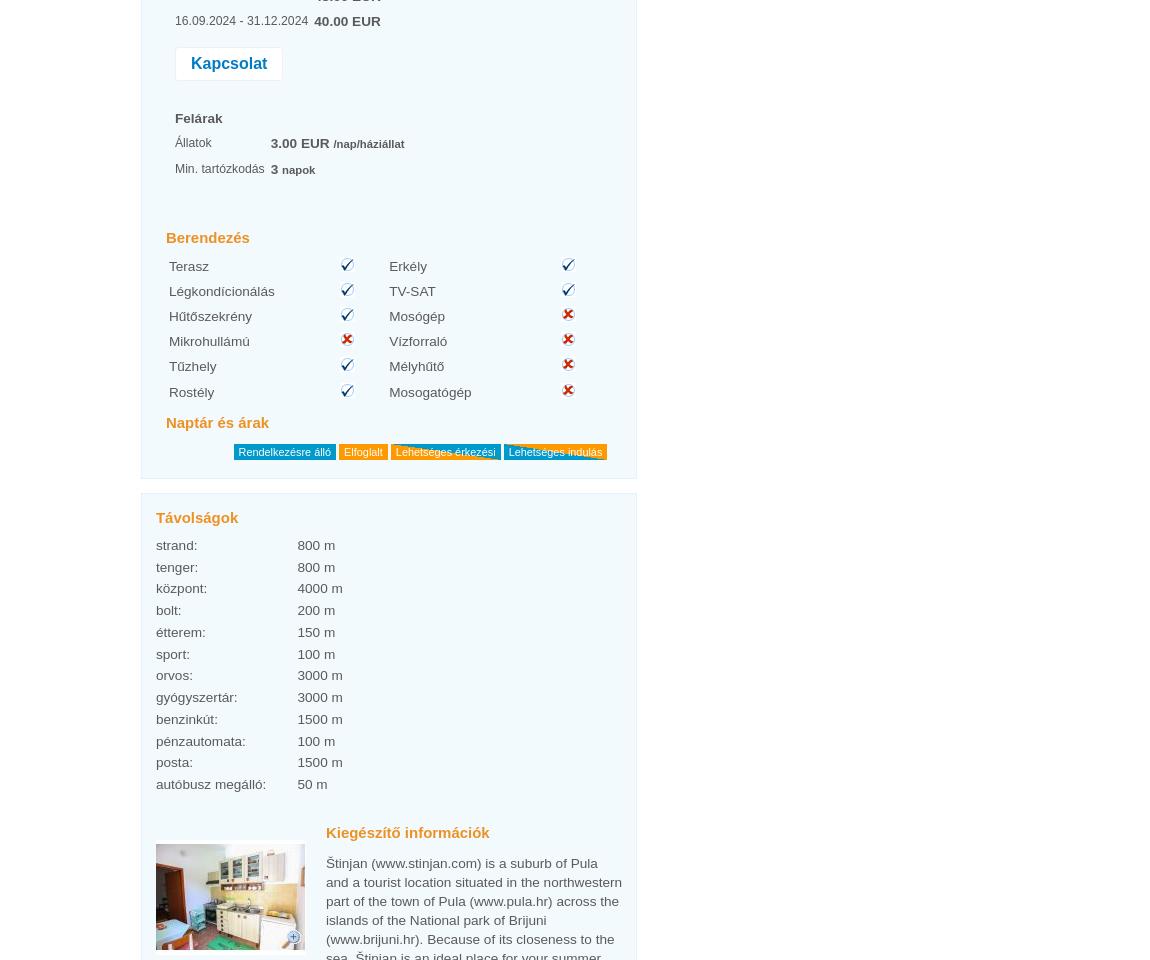 The width and height of the screenshot is (1150, 960). What do you see at coordinates (445, 117) in the screenshot?
I see `'Lehetséges érkezési'` at bounding box center [445, 117].